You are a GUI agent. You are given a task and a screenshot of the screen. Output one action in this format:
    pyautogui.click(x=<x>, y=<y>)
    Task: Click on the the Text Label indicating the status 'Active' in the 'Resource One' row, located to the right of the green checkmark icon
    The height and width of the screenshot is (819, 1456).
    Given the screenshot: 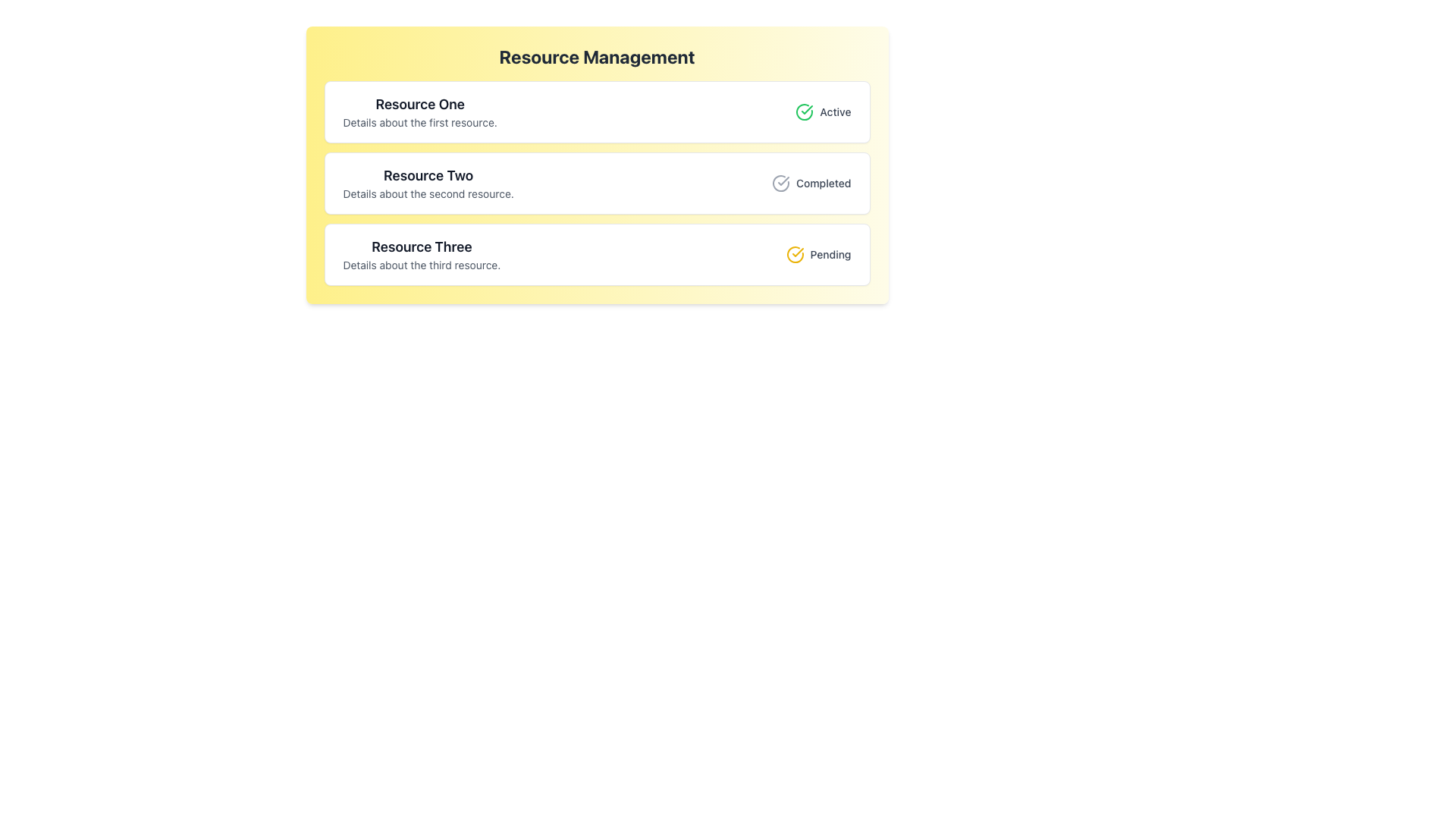 What is the action you would take?
    pyautogui.click(x=834, y=111)
    